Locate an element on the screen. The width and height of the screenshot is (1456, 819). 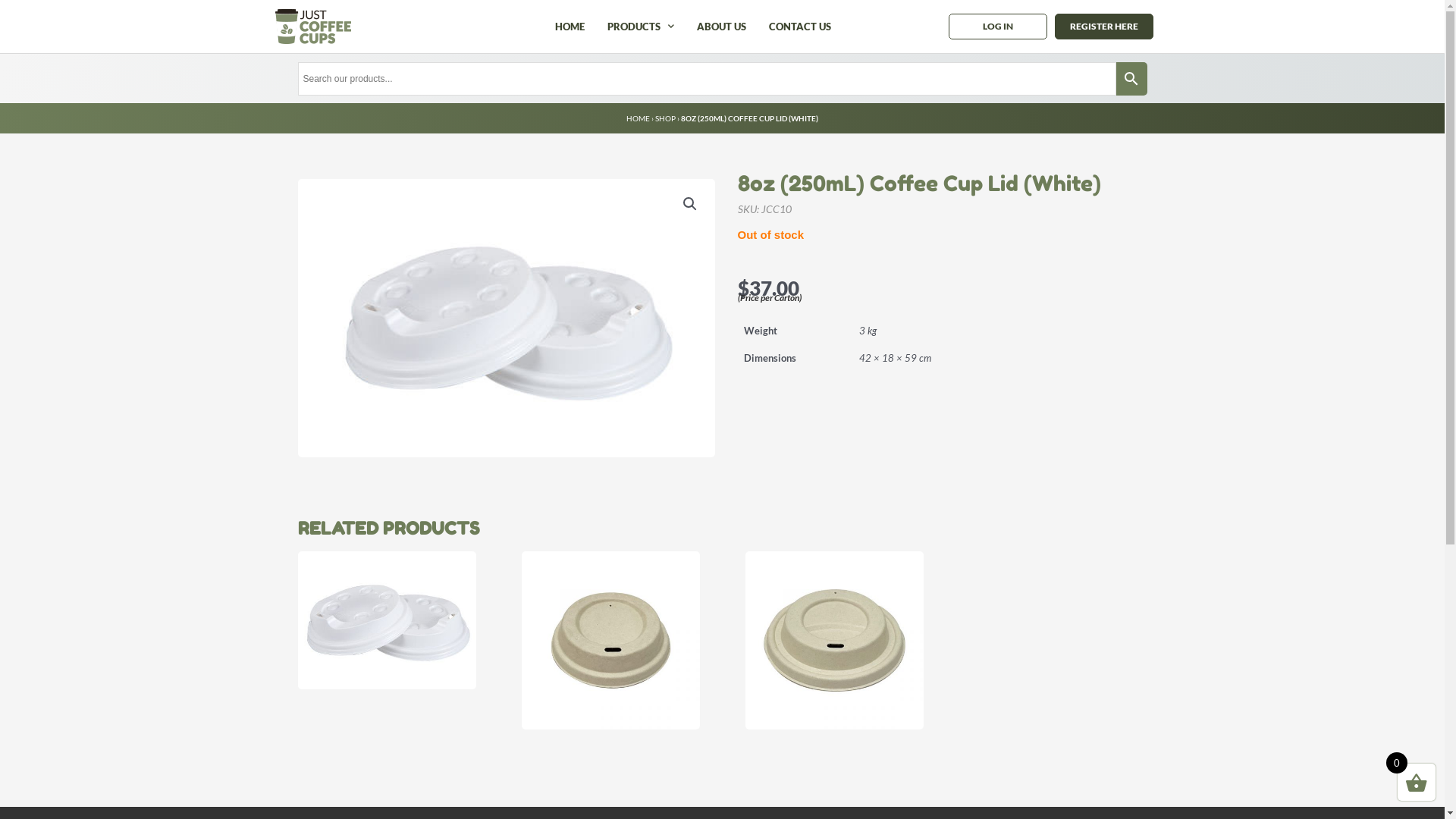
'CONTACT US' is located at coordinates (799, 26).